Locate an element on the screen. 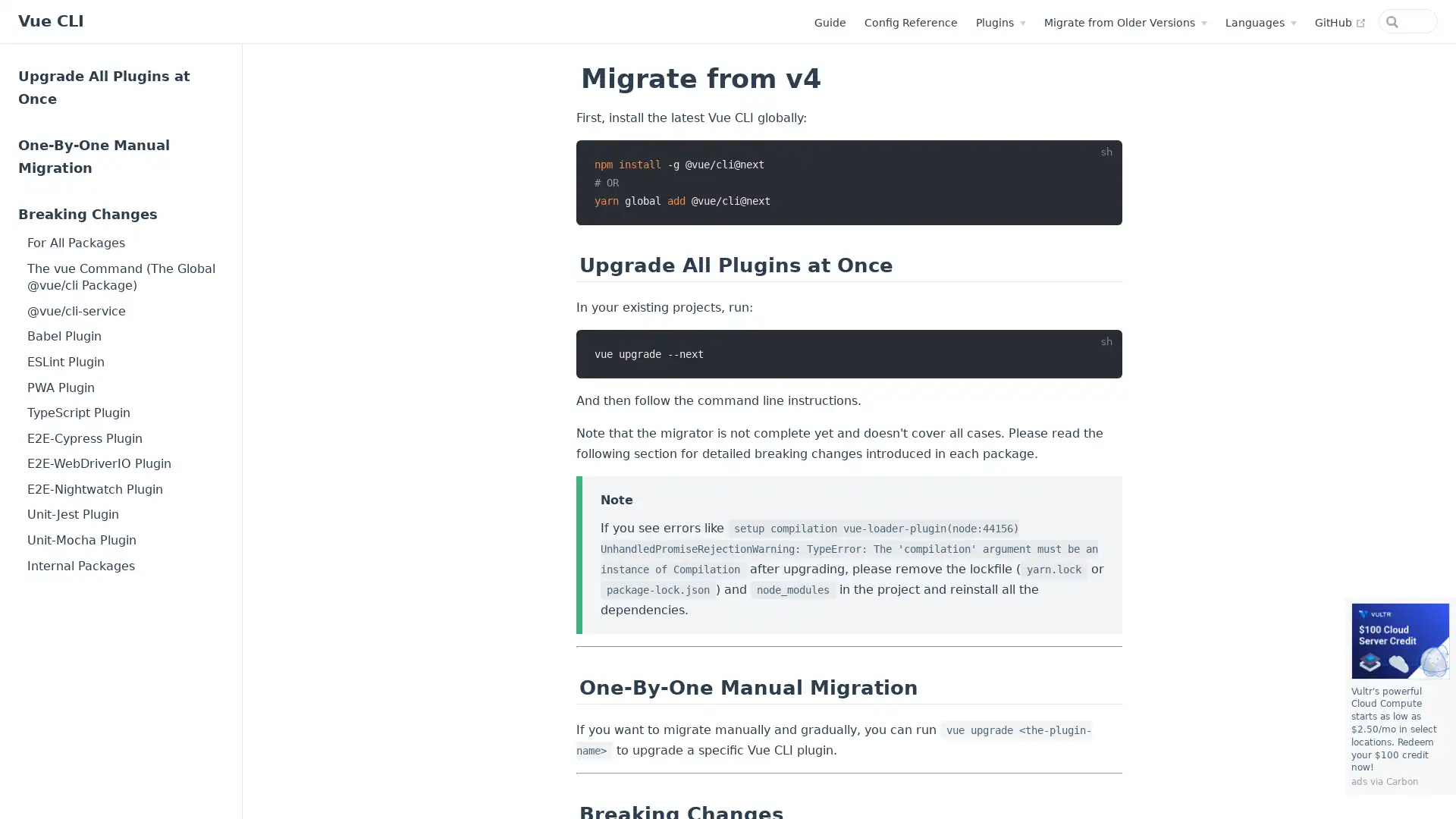 The width and height of the screenshot is (1456, 819). Languages is located at coordinates (1197, 23).